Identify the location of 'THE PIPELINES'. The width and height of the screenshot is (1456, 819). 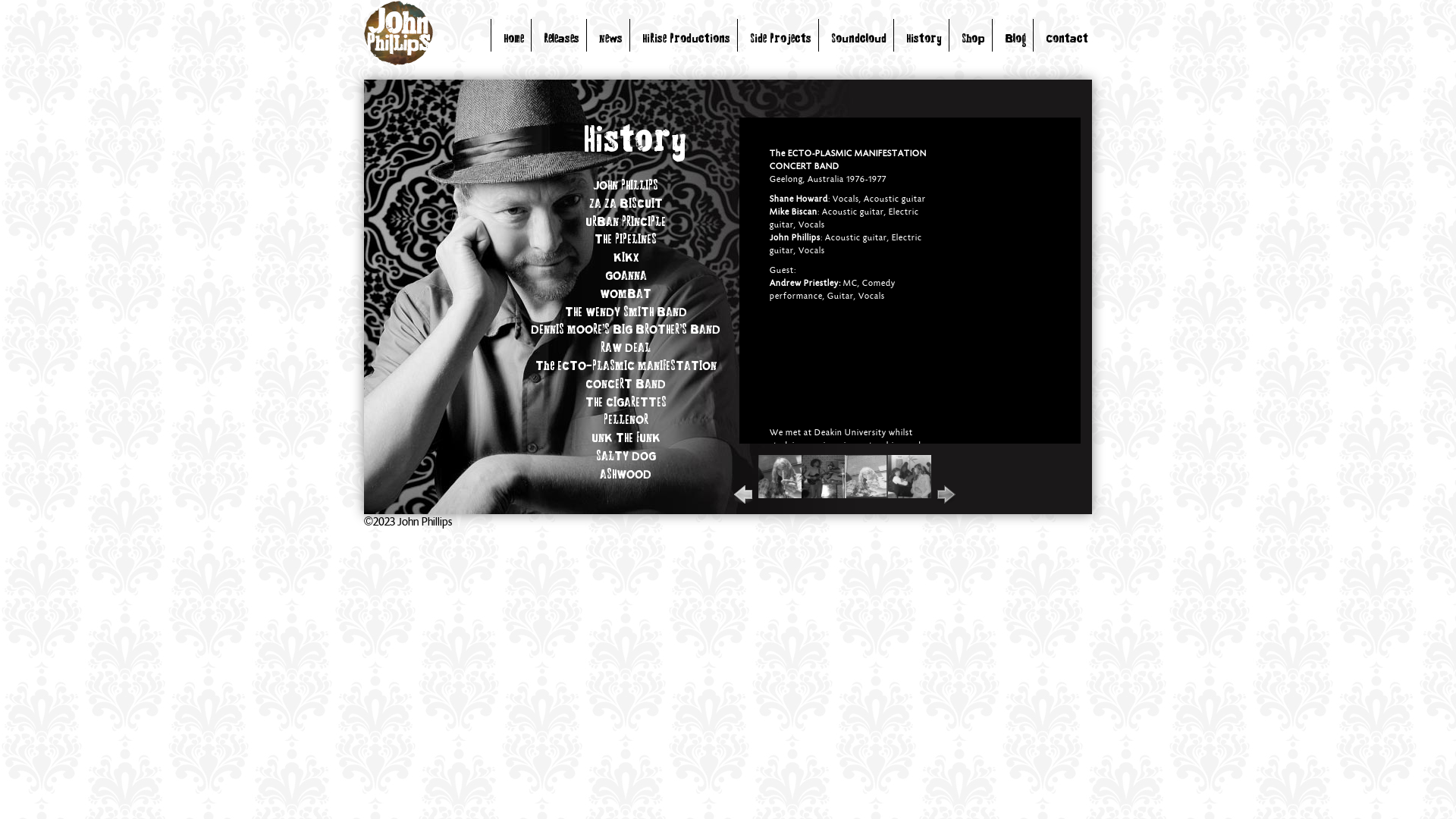
(626, 239).